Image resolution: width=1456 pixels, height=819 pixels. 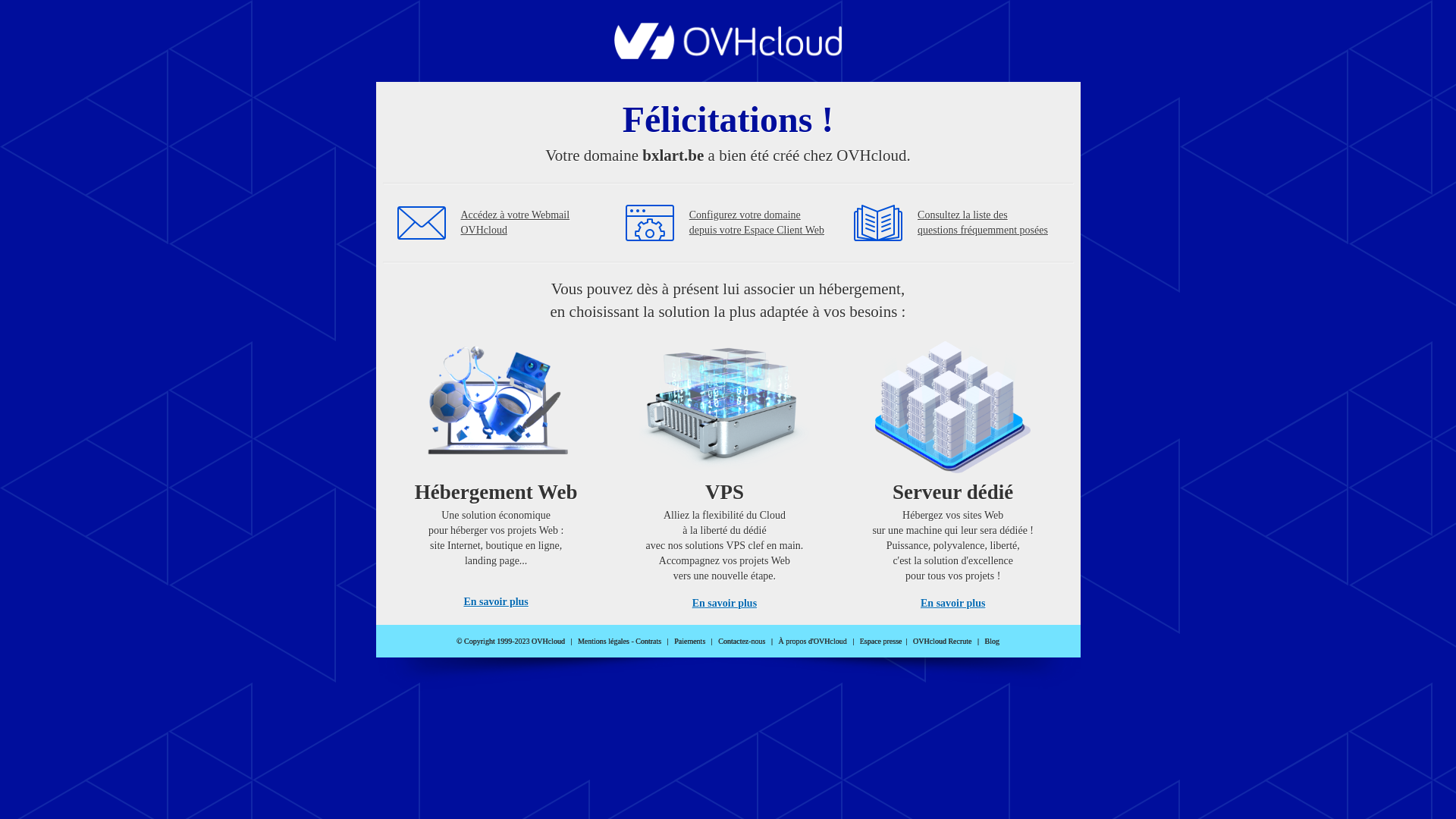 What do you see at coordinates (728, 54) in the screenshot?
I see `'OVHcloud'` at bounding box center [728, 54].